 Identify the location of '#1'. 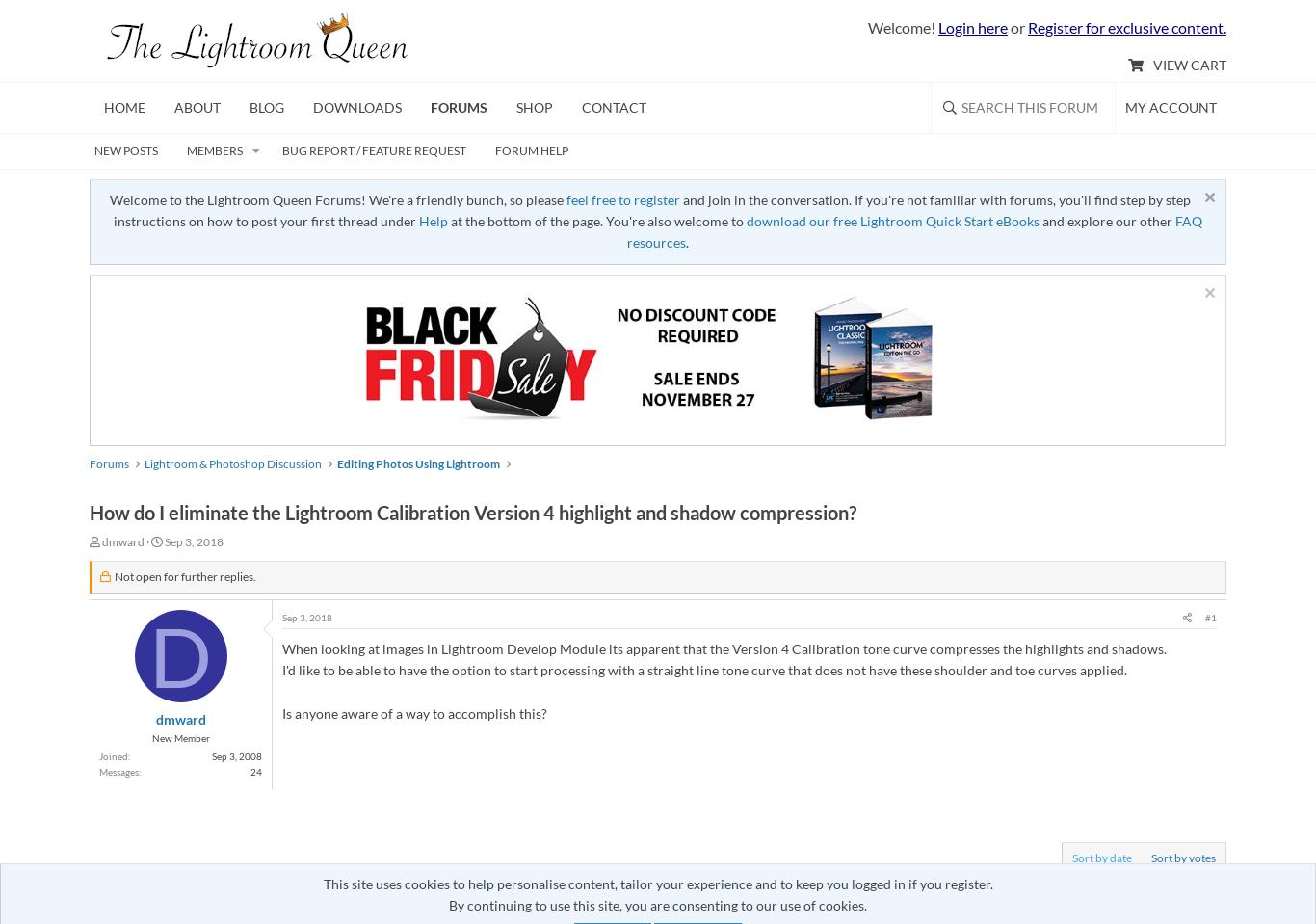
(1204, 617).